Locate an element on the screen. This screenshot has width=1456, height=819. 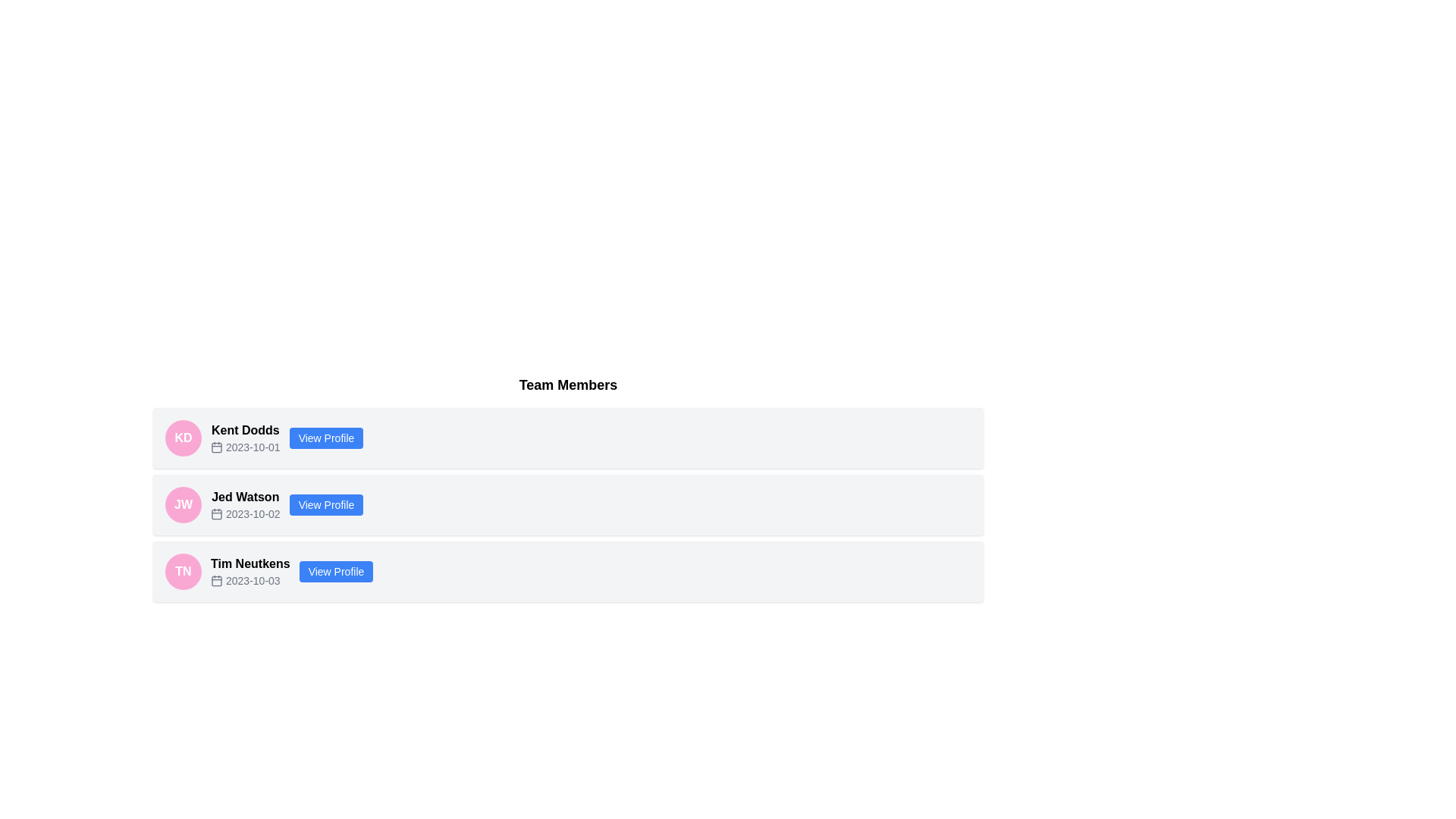
the text label displaying 'Tim Neutkens' in bold font, which is located in the third row of the team members list, positioned to the right of a circular icon and above a date and 'View Profile' button is located at coordinates (250, 564).